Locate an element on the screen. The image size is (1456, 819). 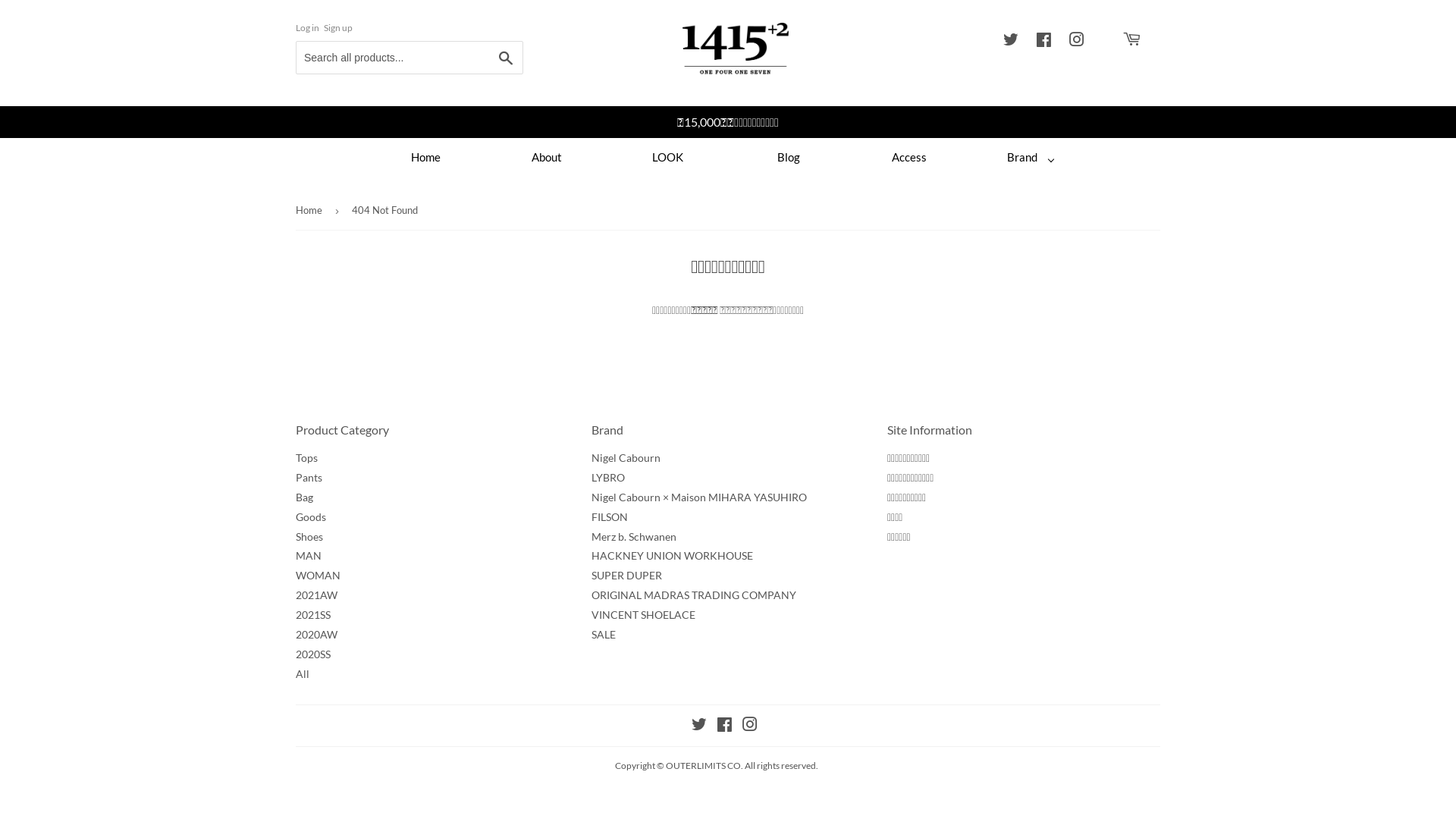
'2021SS' is located at coordinates (312, 614).